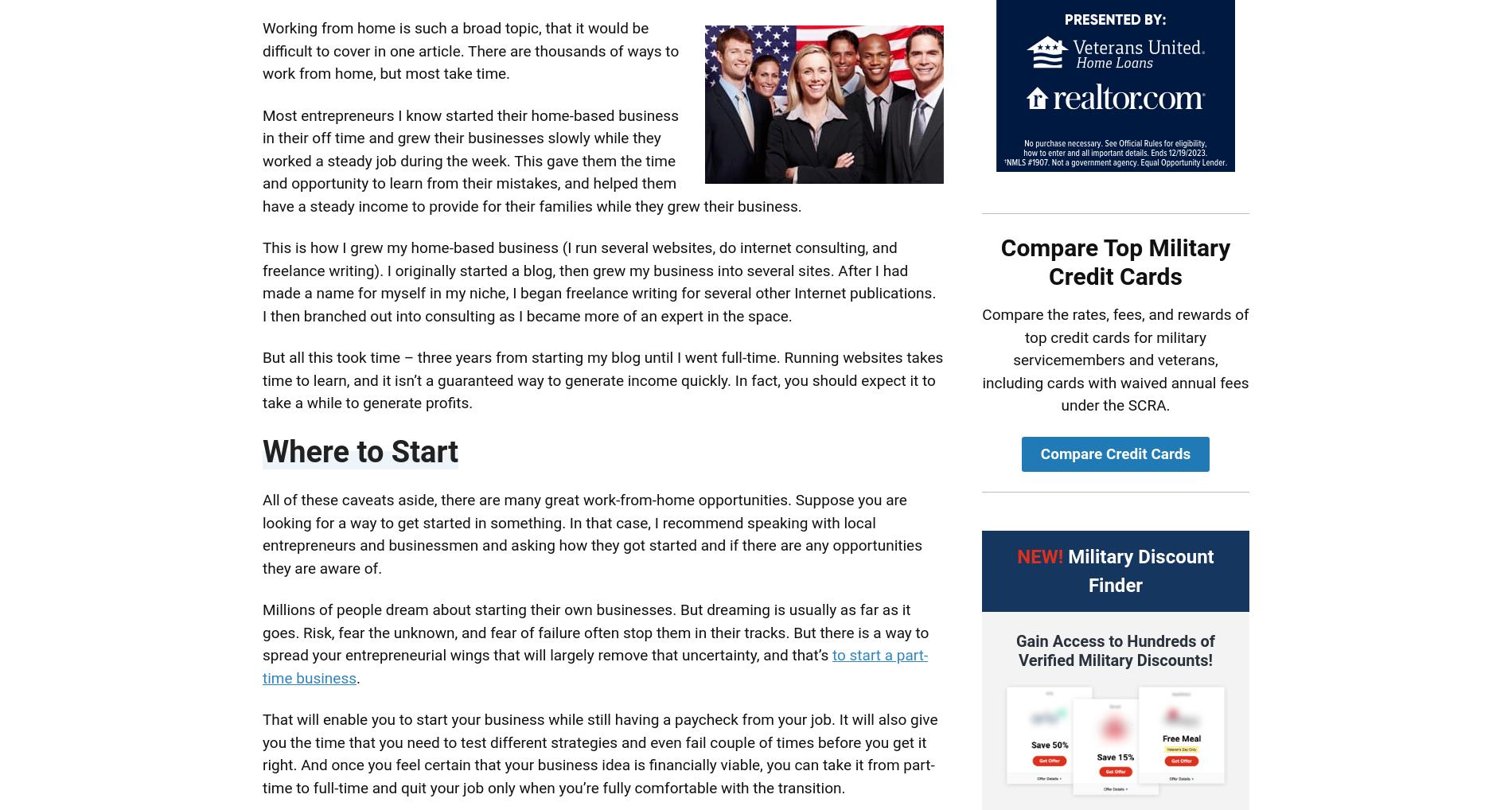 This screenshot has width=1512, height=810. I want to click on 'Military Discount Finder', so click(1138, 569).